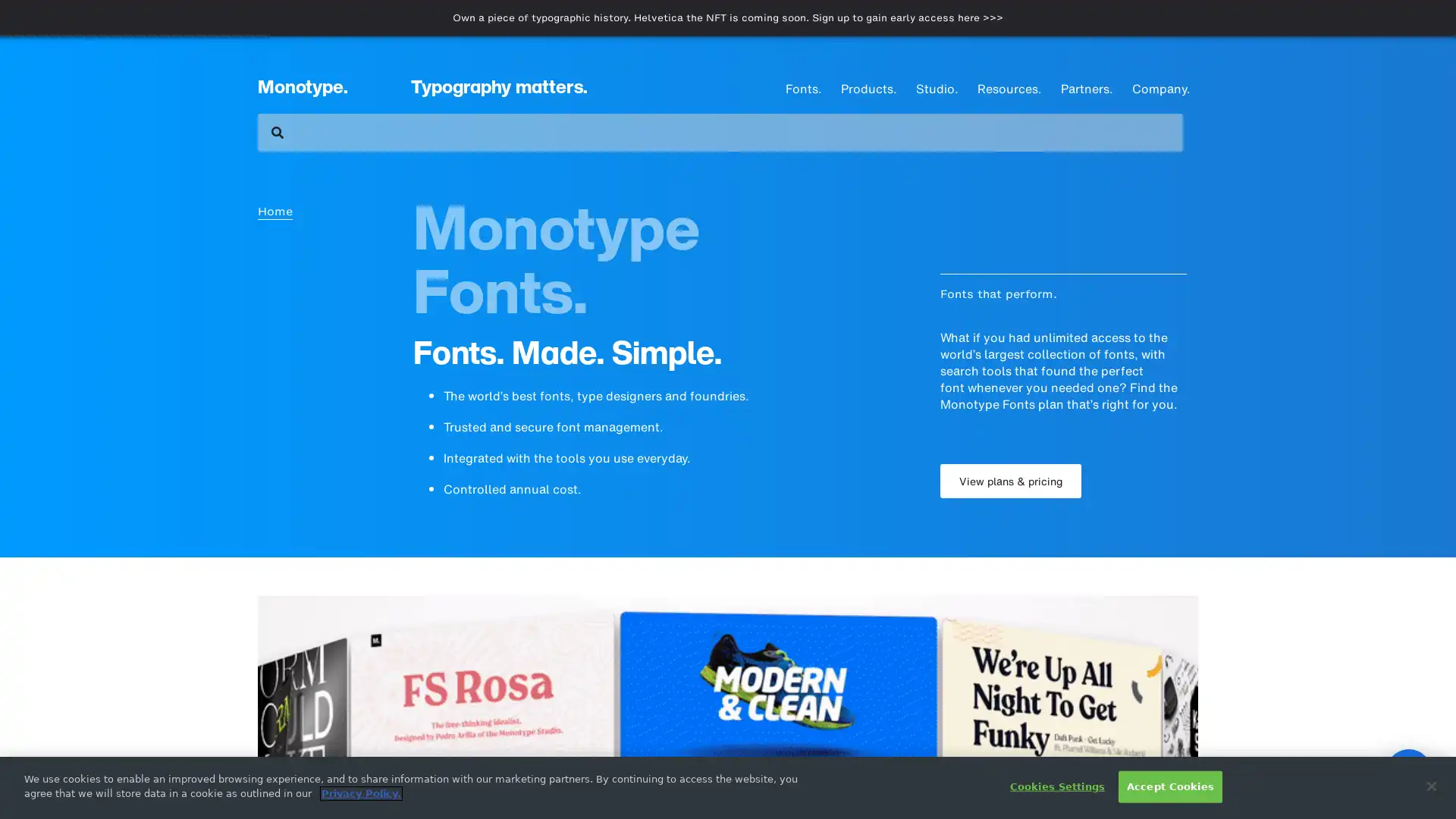 This screenshot has height=819, width=1456. Describe the element at coordinates (1056, 786) in the screenshot. I see `Cookies Settings` at that location.